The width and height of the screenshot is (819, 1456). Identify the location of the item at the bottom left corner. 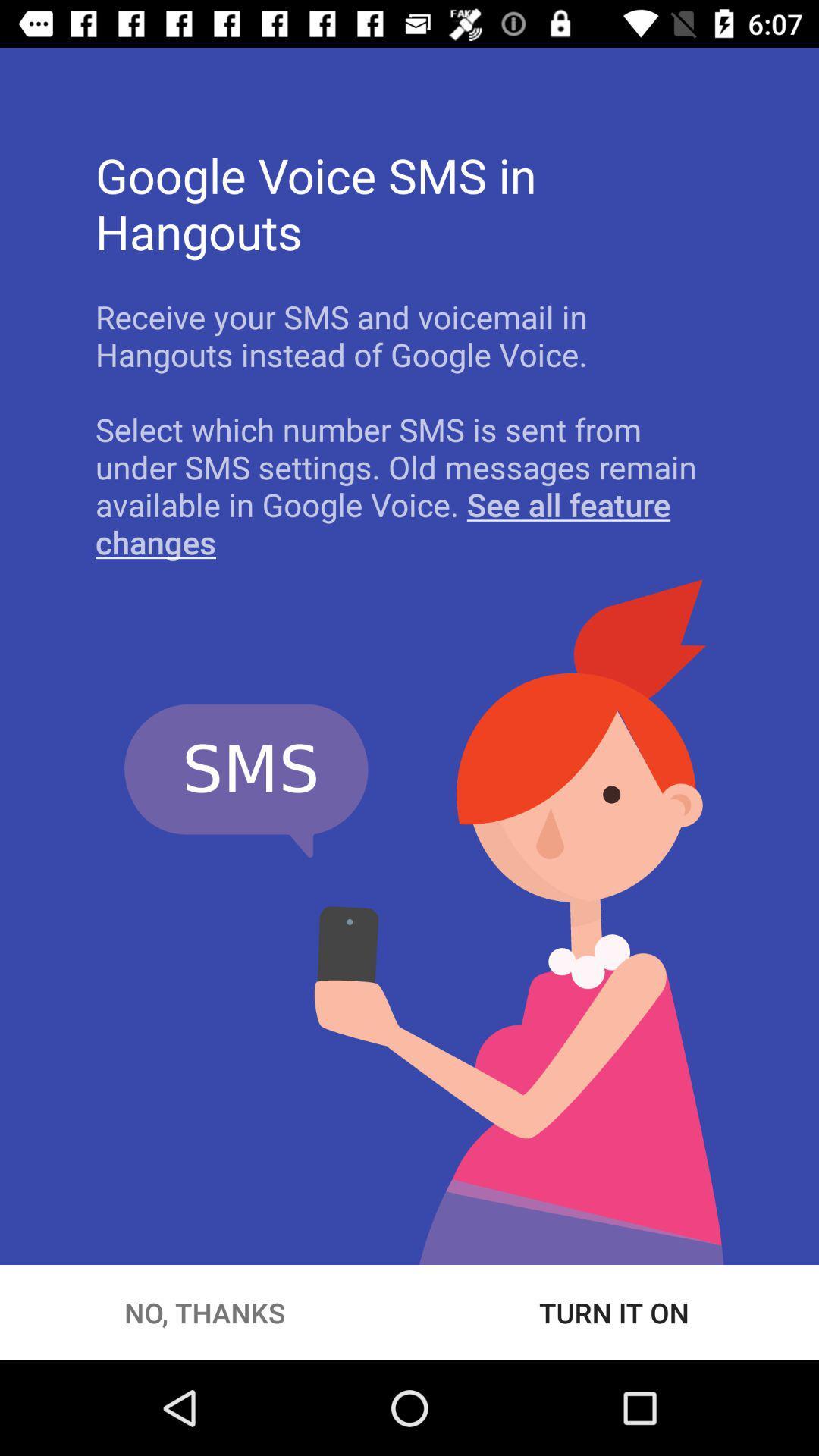
(205, 1312).